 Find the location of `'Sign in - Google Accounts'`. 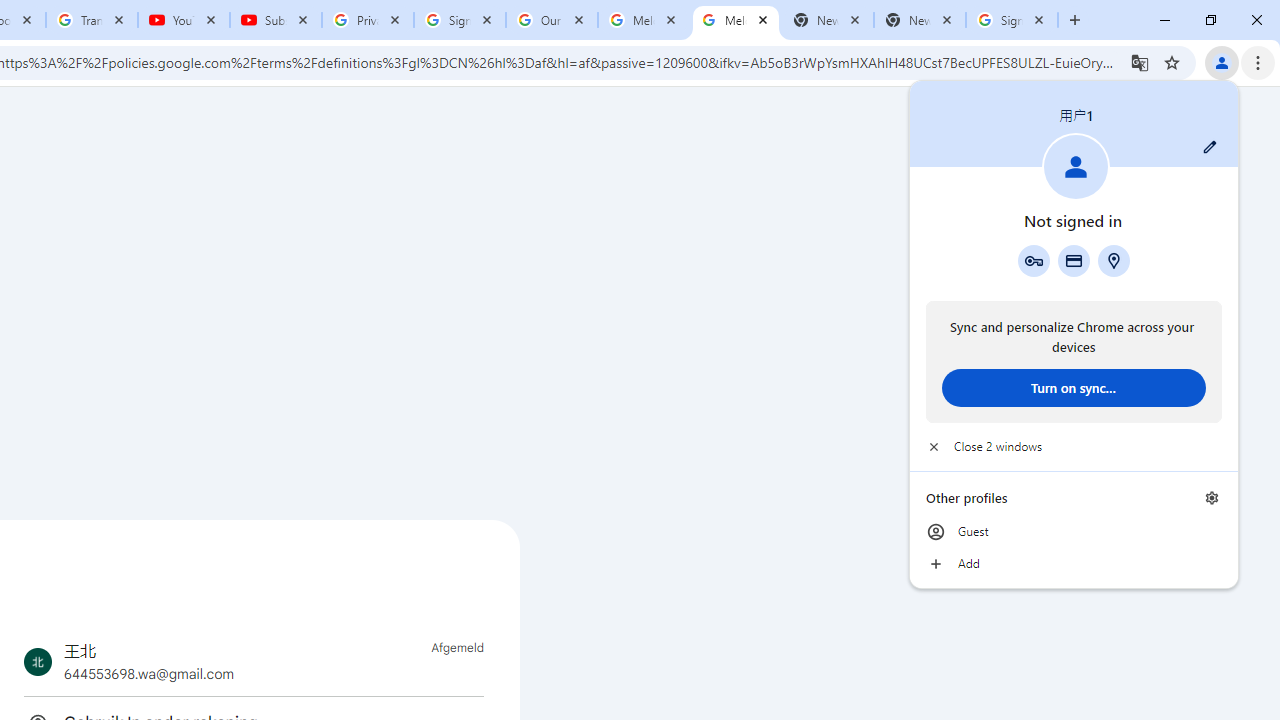

'Sign in - Google Accounts' is located at coordinates (1012, 20).